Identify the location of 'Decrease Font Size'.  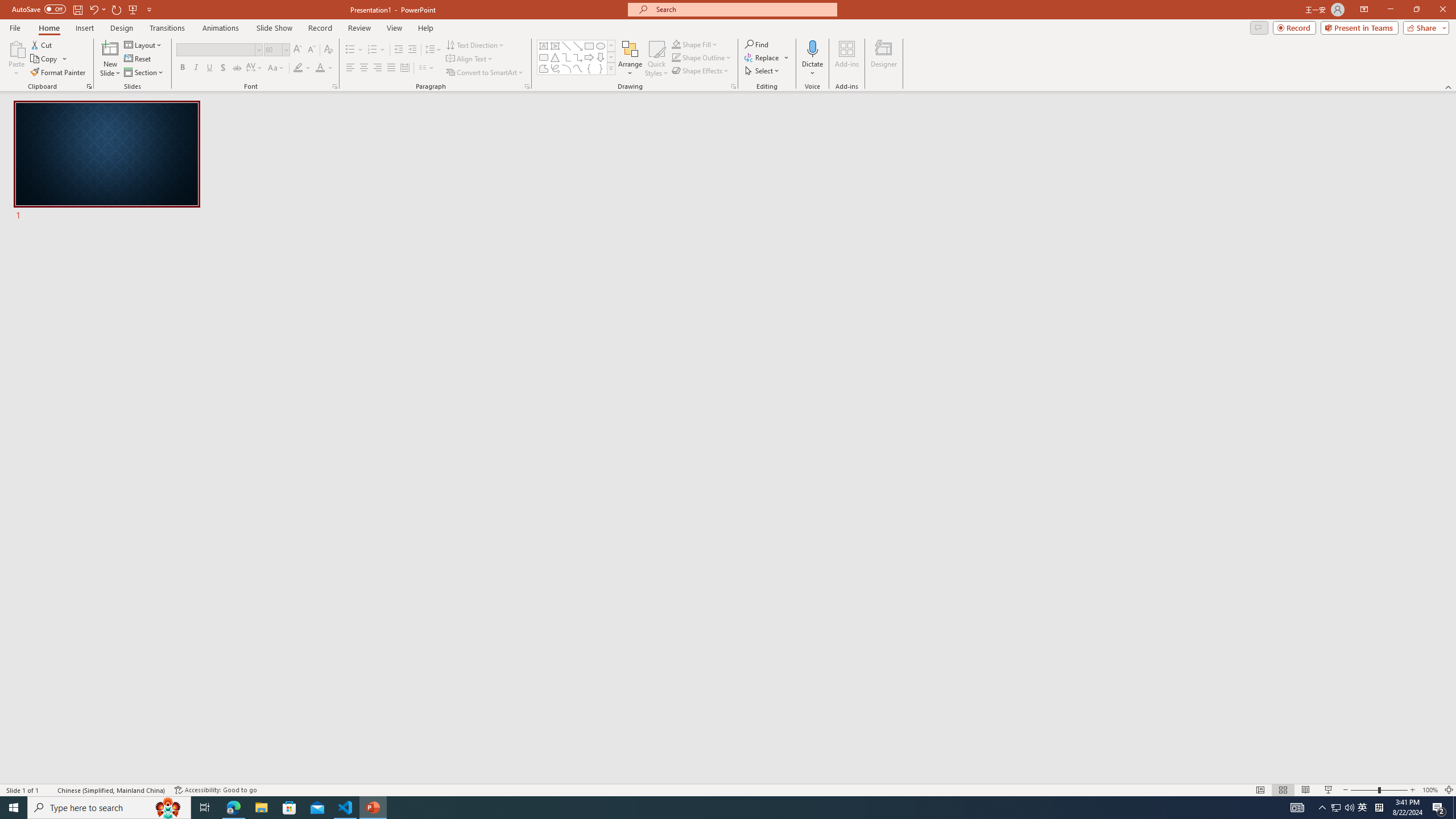
(311, 49).